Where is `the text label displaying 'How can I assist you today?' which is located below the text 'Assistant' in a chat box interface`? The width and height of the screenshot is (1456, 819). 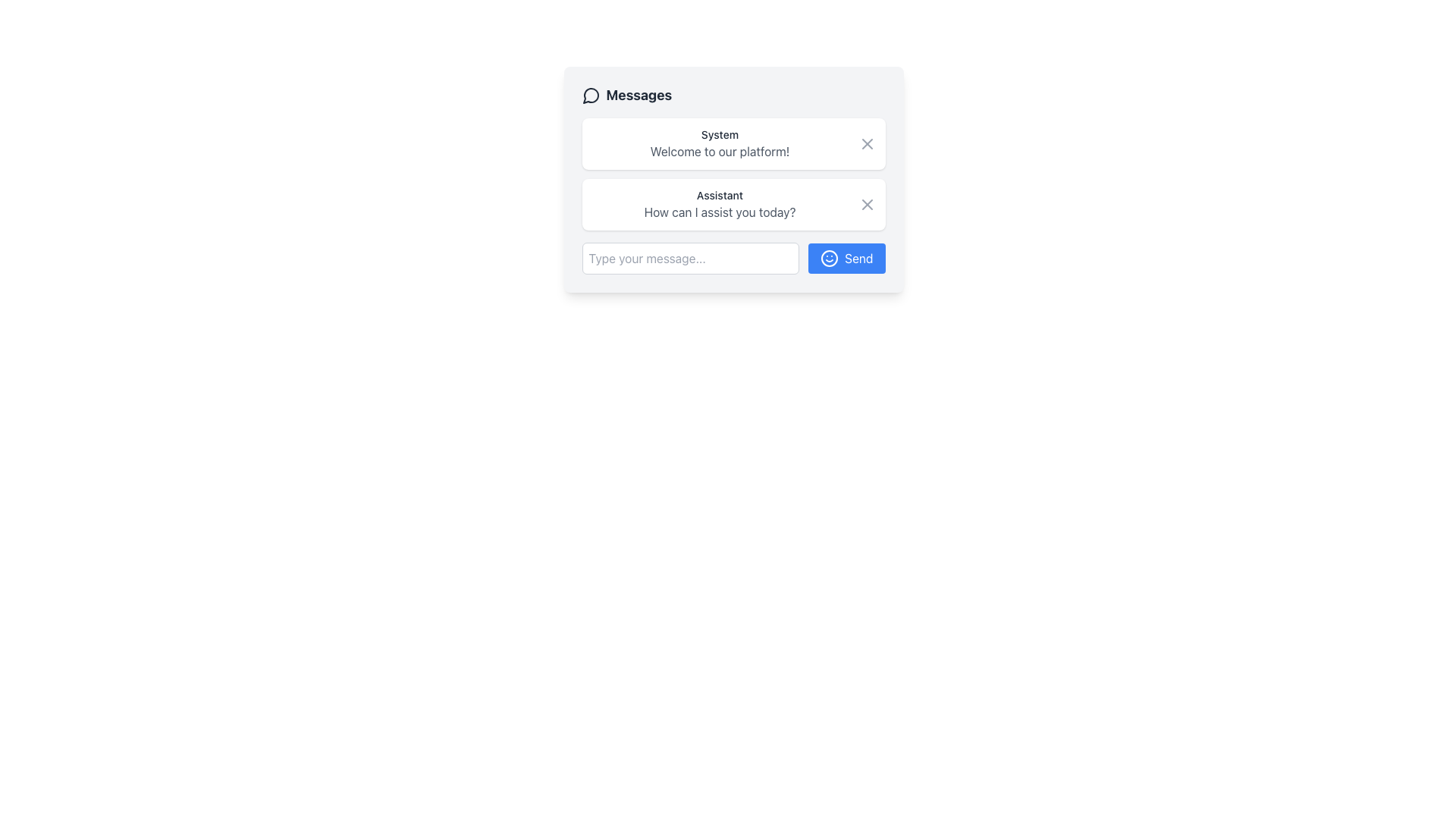 the text label displaying 'How can I assist you today?' which is located below the text 'Assistant' in a chat box interface is located at coordinates (719, 212).